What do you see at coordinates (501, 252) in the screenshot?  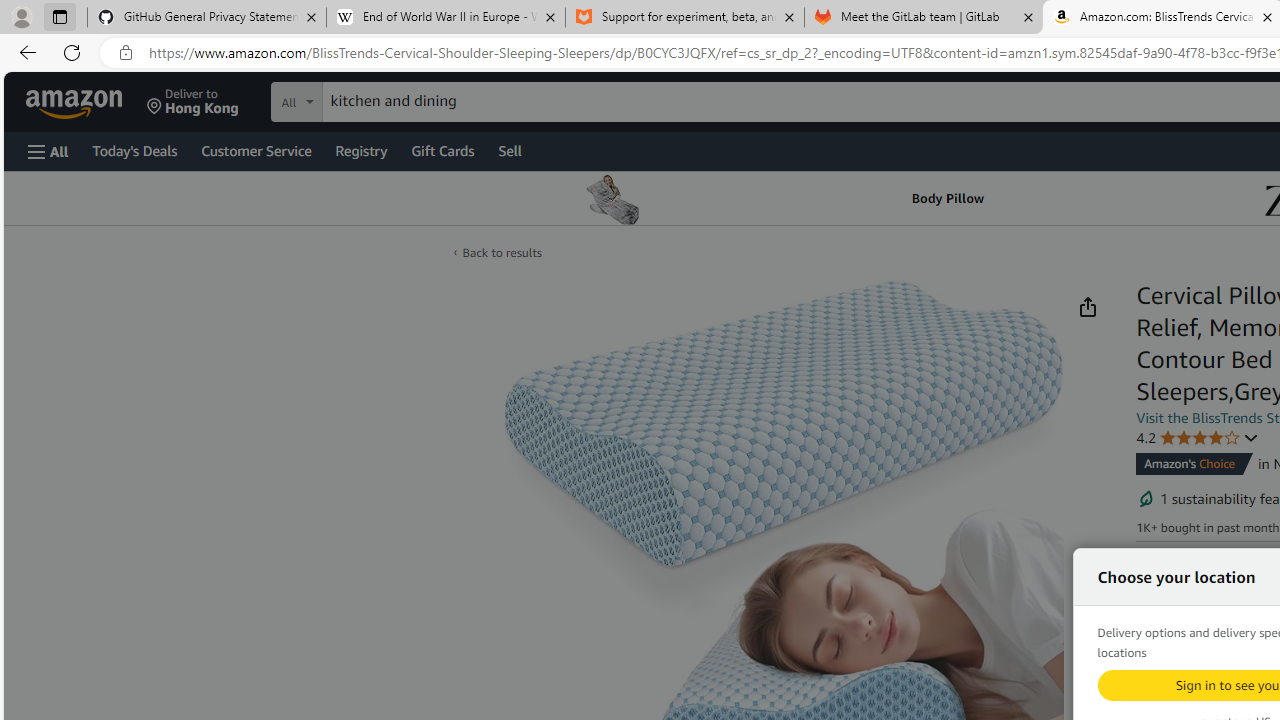 I see `'Back to results'` at bounding box center [501, 252].